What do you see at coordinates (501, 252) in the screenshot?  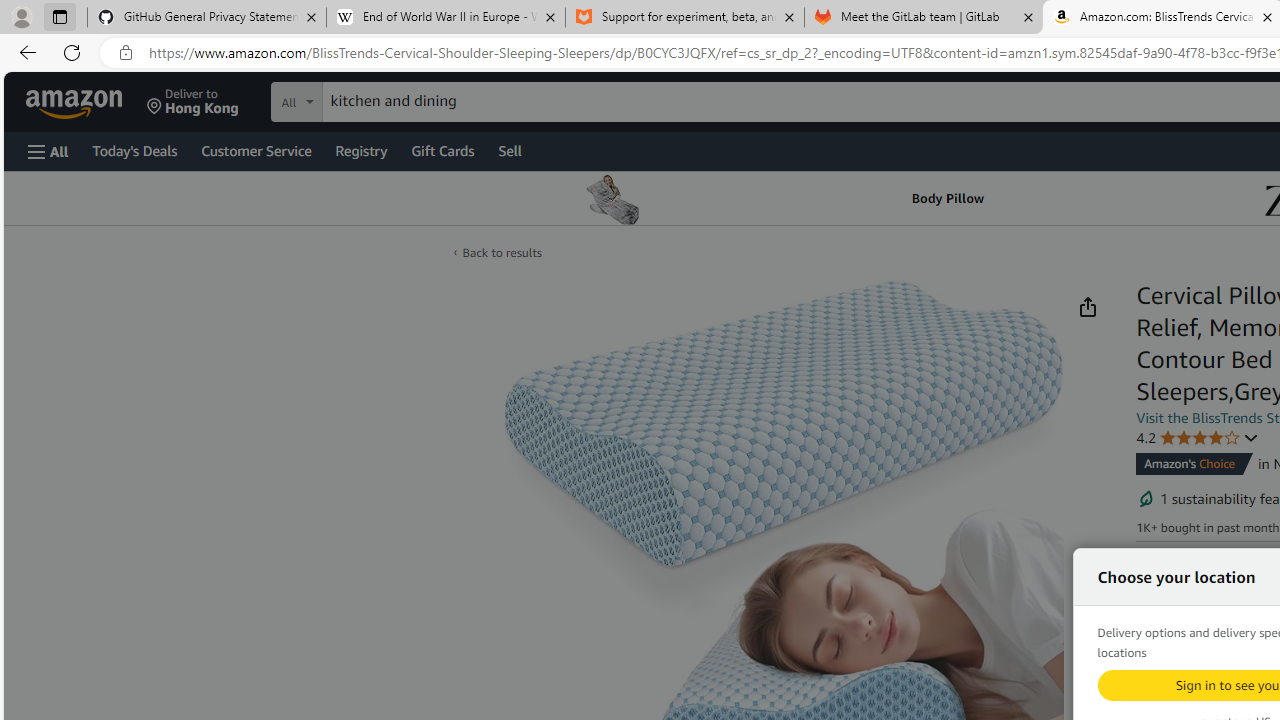 I see `'Back to results'` at bounding box center [501, 252].